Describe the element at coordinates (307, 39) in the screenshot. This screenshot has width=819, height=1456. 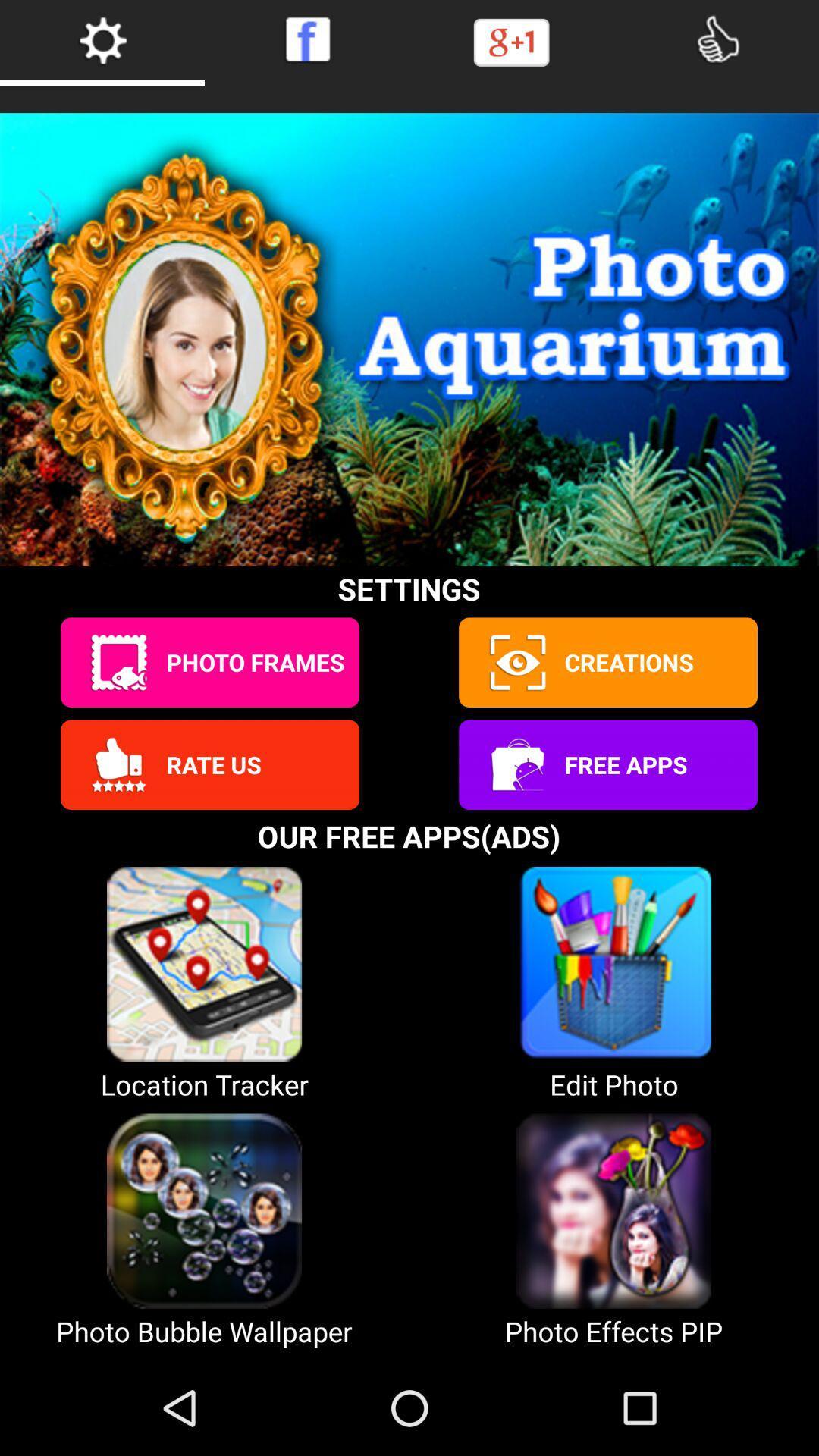
I see `facebook option` at that location.